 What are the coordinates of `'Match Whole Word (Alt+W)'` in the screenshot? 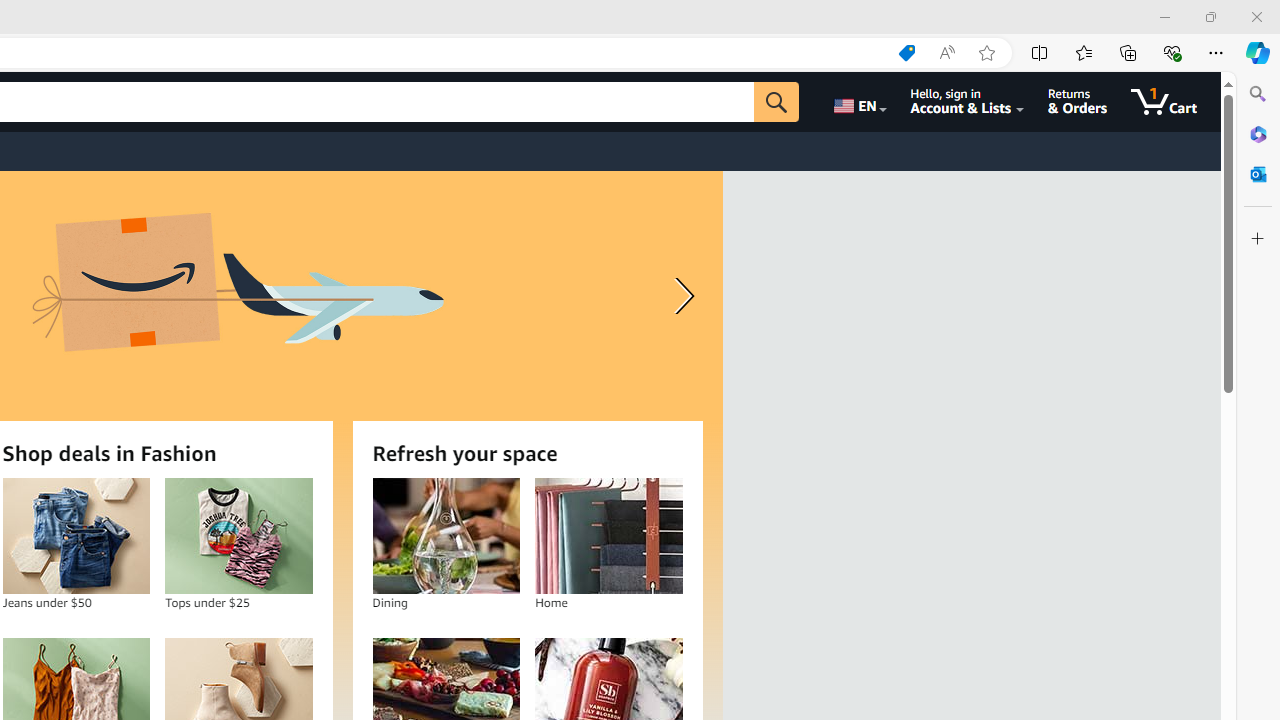 It's located at (920, 108).